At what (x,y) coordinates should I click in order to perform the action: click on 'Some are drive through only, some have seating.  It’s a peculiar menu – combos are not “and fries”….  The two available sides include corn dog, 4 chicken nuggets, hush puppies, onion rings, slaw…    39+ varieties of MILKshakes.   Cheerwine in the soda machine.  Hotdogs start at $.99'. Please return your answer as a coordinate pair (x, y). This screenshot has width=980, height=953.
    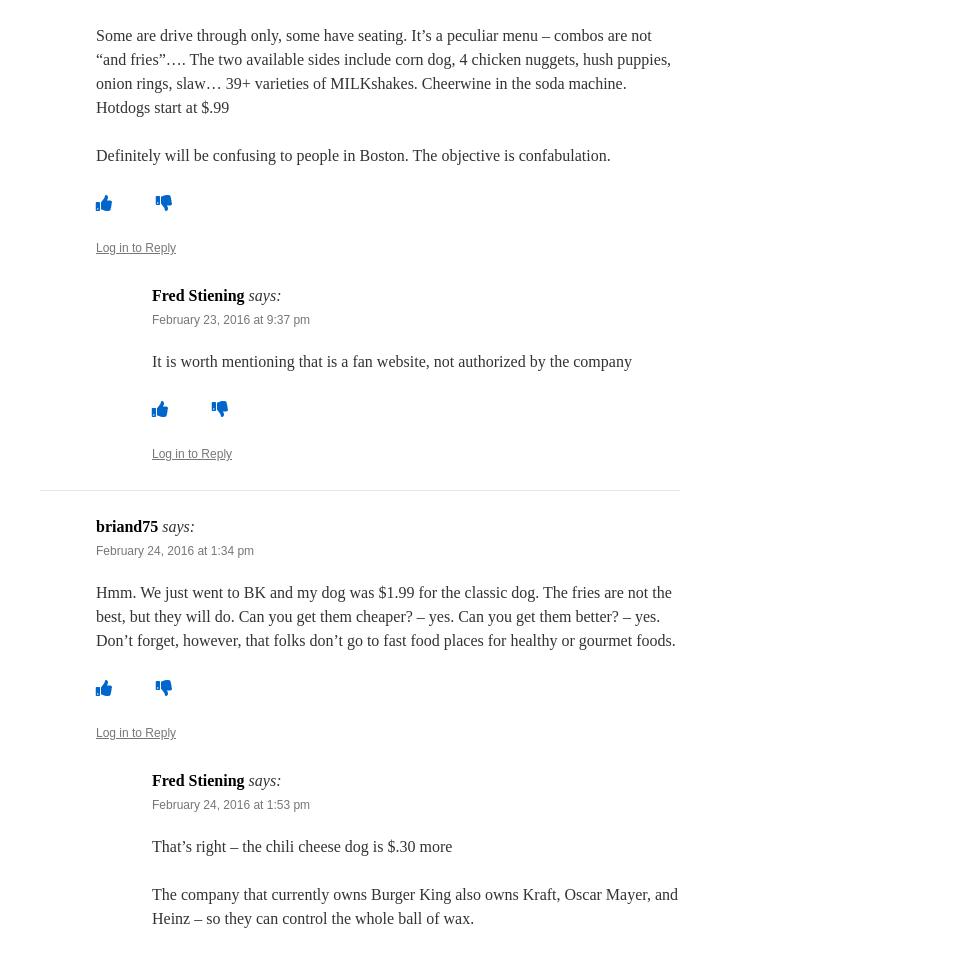
    Looking at the image, I should click on (383, 70).